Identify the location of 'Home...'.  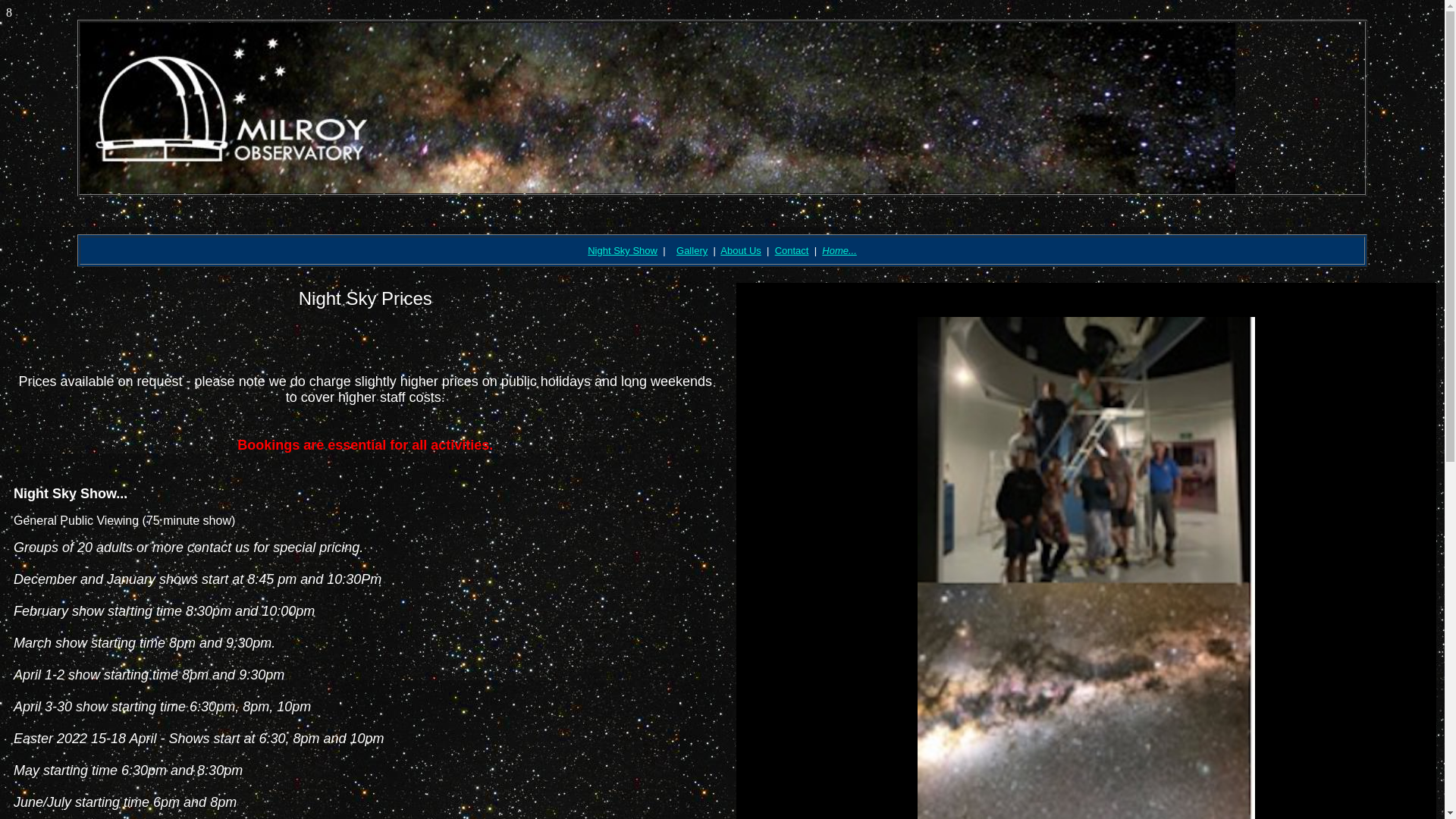
(839, 249).